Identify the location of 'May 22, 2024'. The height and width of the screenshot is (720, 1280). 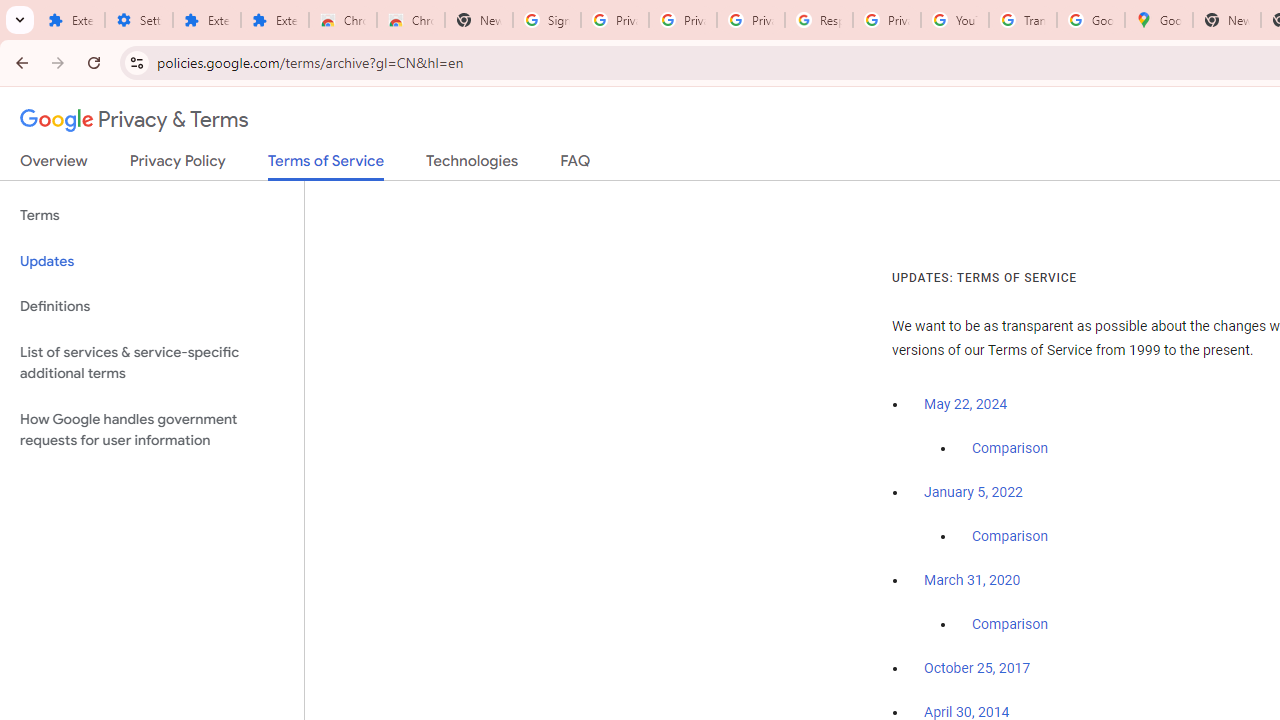
(966, 405).